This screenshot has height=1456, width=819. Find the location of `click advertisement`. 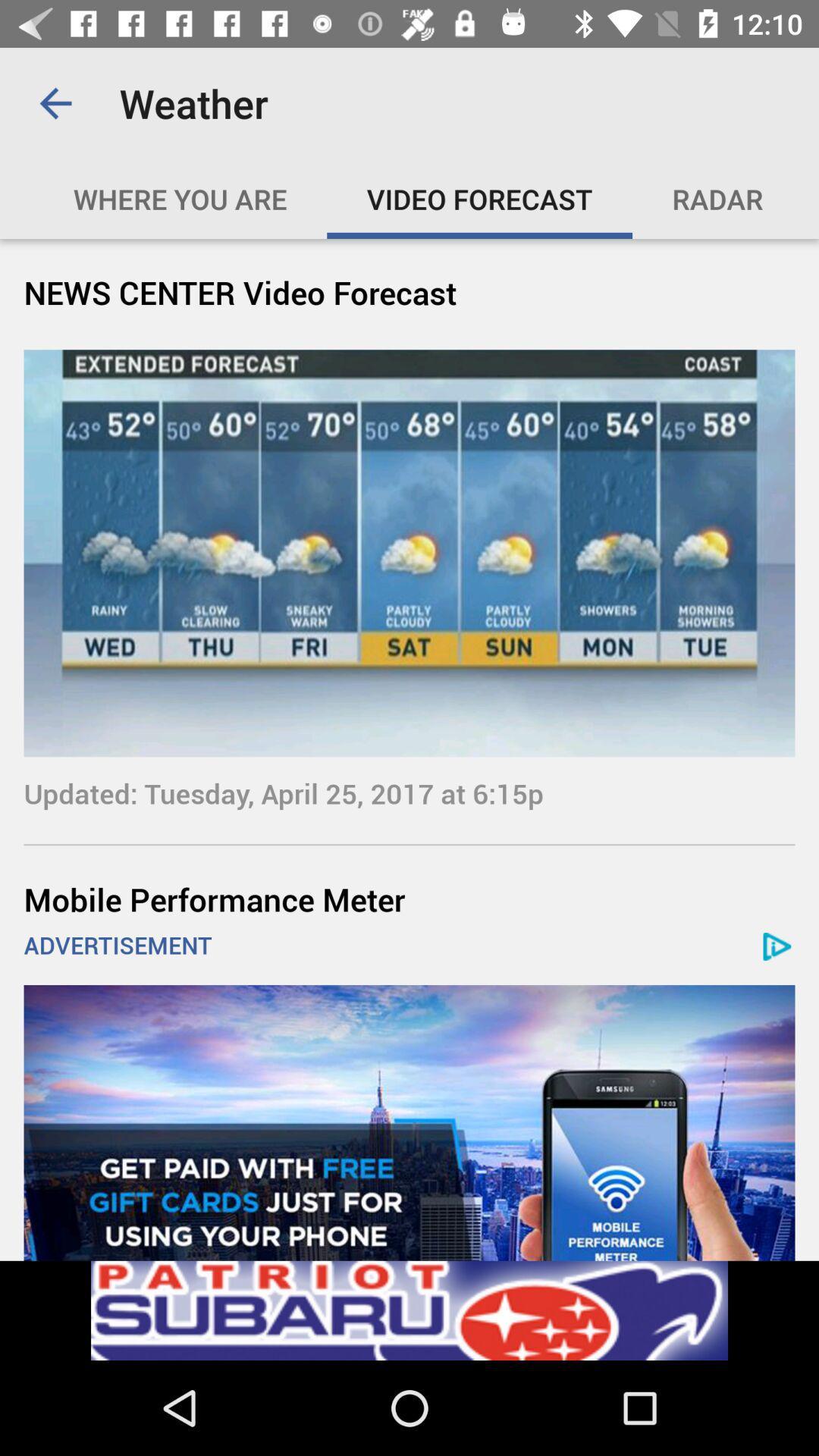

click advertisement is located at coordinates (409, 1310).